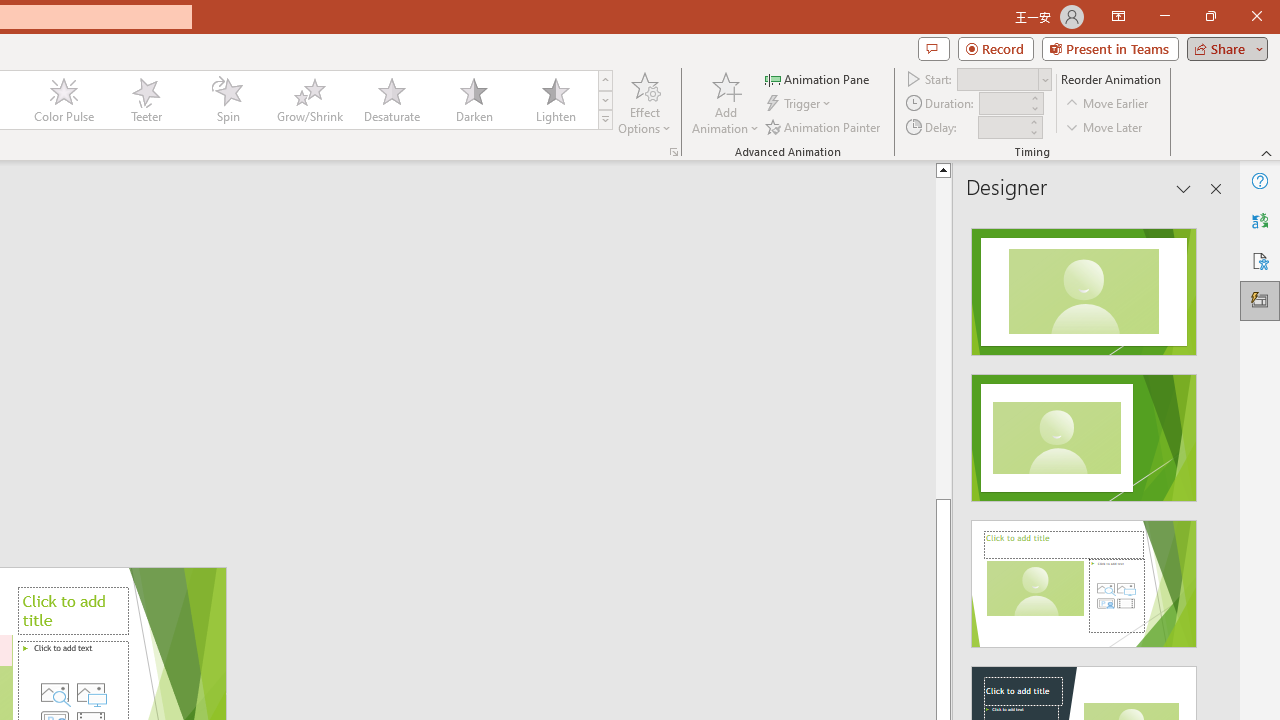  What do you see at coordinates (1106, 103) in the screenshot?
I see `'Move Earlier'` at bounding box center [1106, 103].